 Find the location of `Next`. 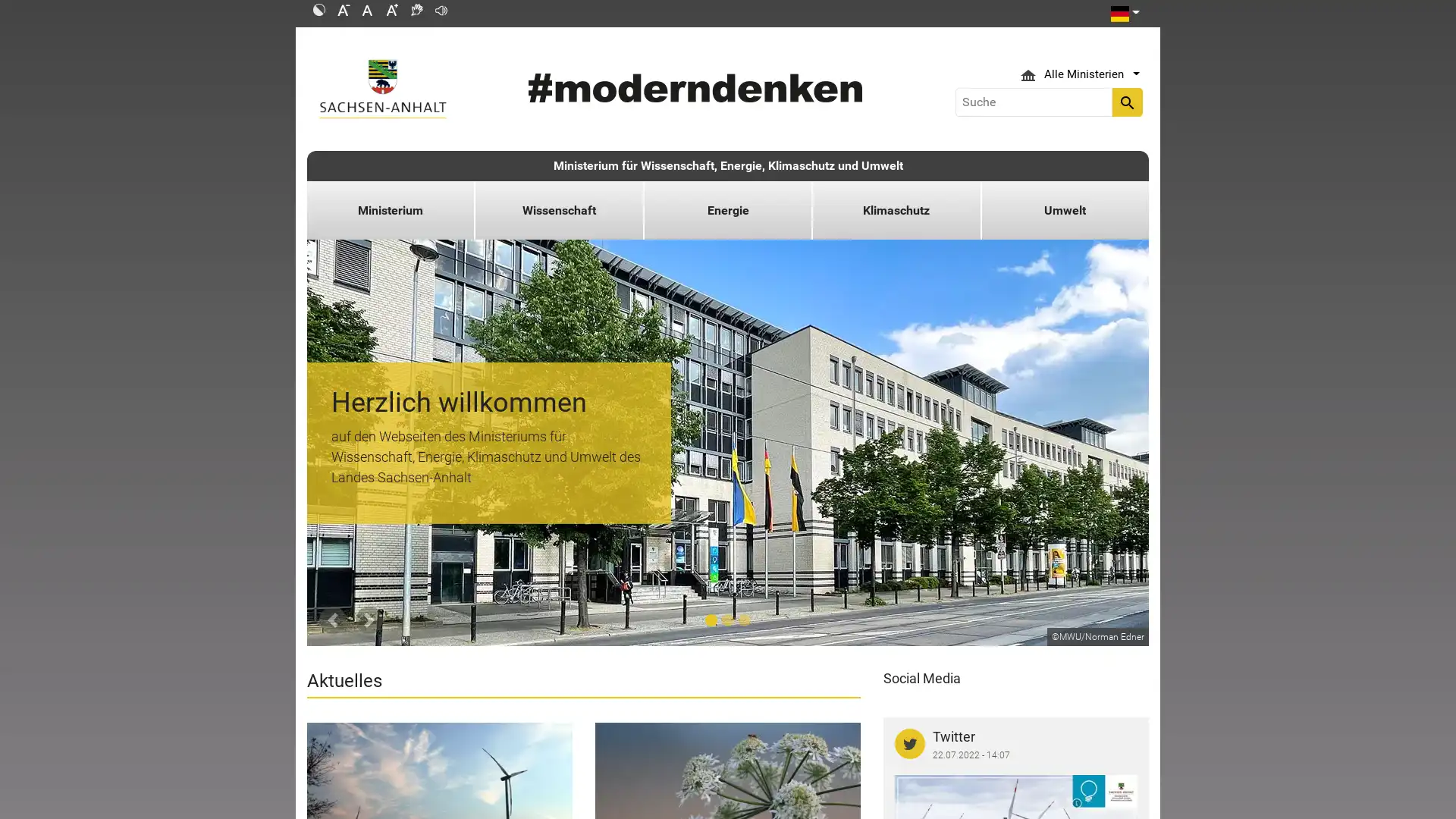

Next is located at coordinates (369, 620).